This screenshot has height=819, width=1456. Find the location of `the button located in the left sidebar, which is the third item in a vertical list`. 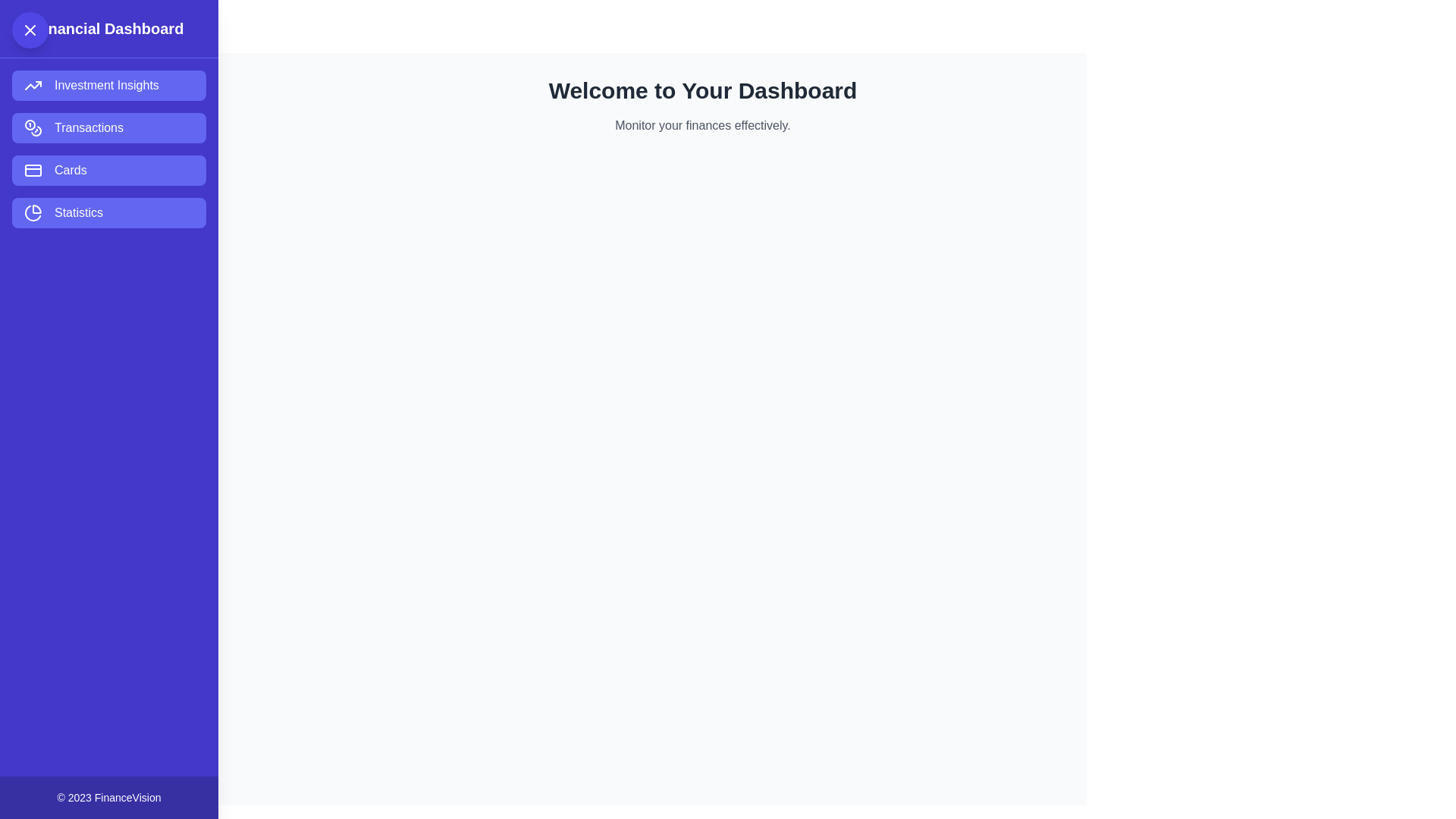

the button located in the left sidebar, which is the third item in a vertical list is located at coordinates (108, 170).